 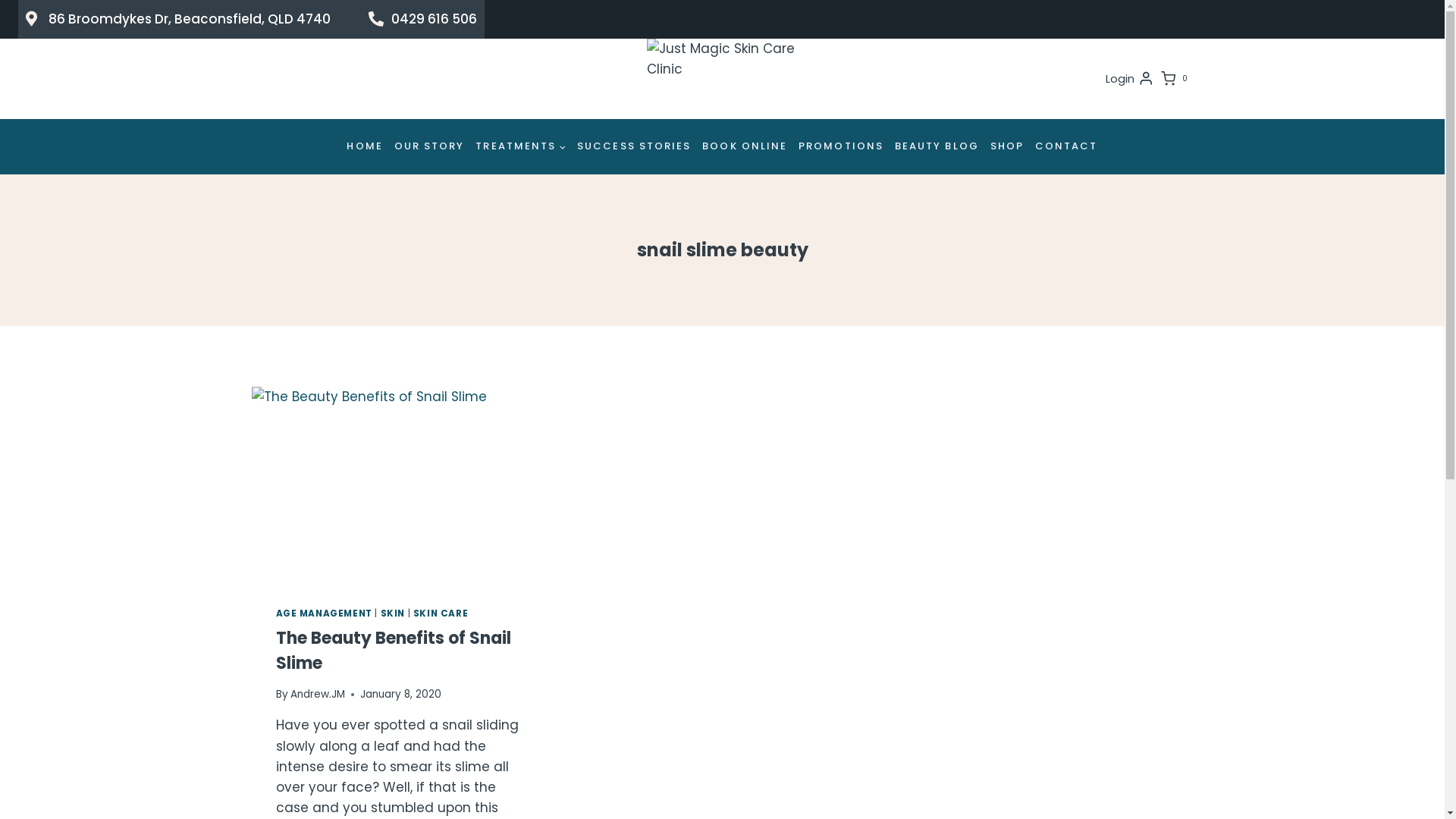 What do you see at coordinates (439, 613) in the screenshot?
I see `'SKIN CARE'` at bounding box center [439, 613].